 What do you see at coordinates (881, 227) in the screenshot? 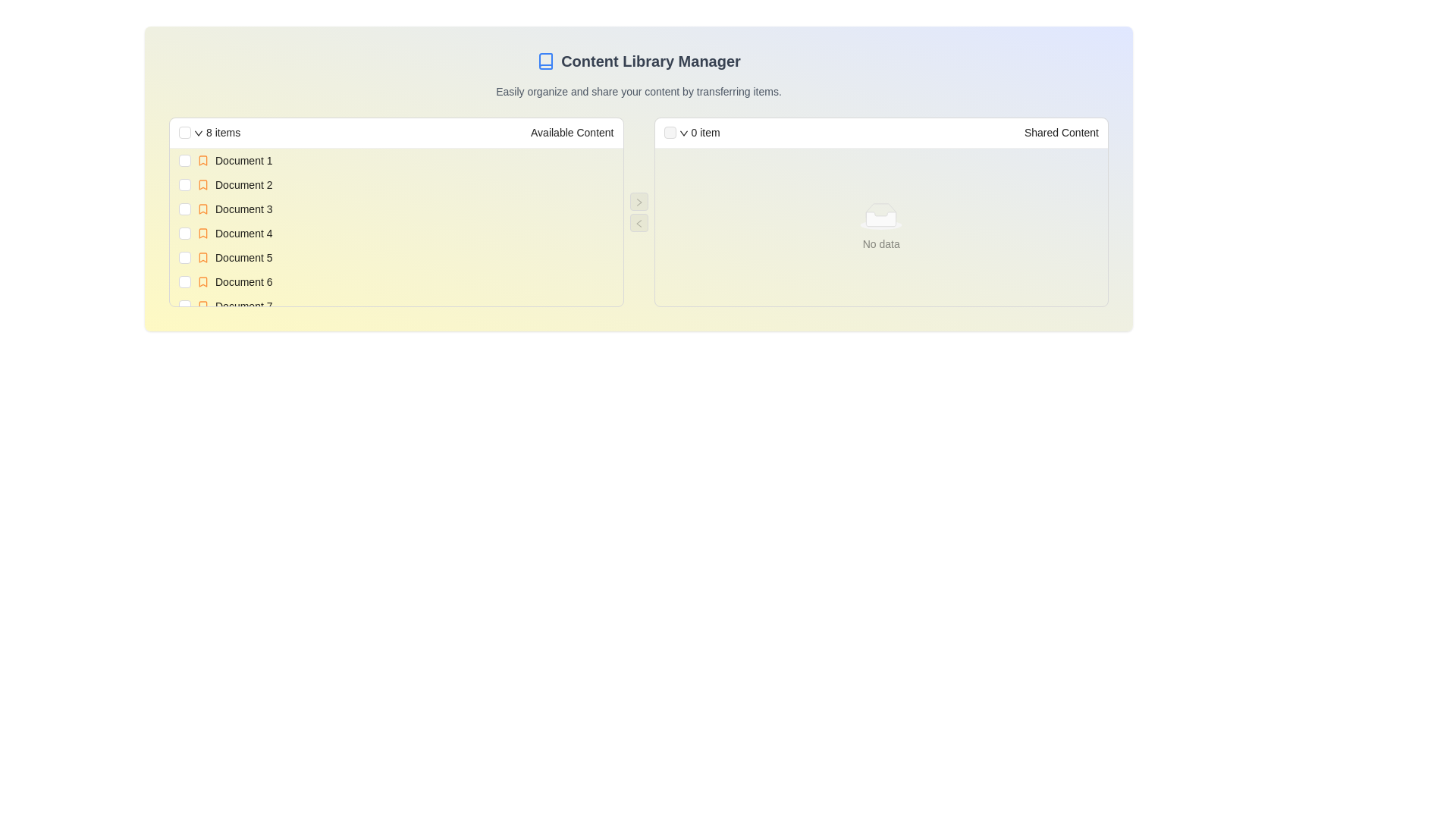
I see `the Empty state notification within the 'Shared Content' section, which indicates that no content is available` at bounding box center [881, 227].